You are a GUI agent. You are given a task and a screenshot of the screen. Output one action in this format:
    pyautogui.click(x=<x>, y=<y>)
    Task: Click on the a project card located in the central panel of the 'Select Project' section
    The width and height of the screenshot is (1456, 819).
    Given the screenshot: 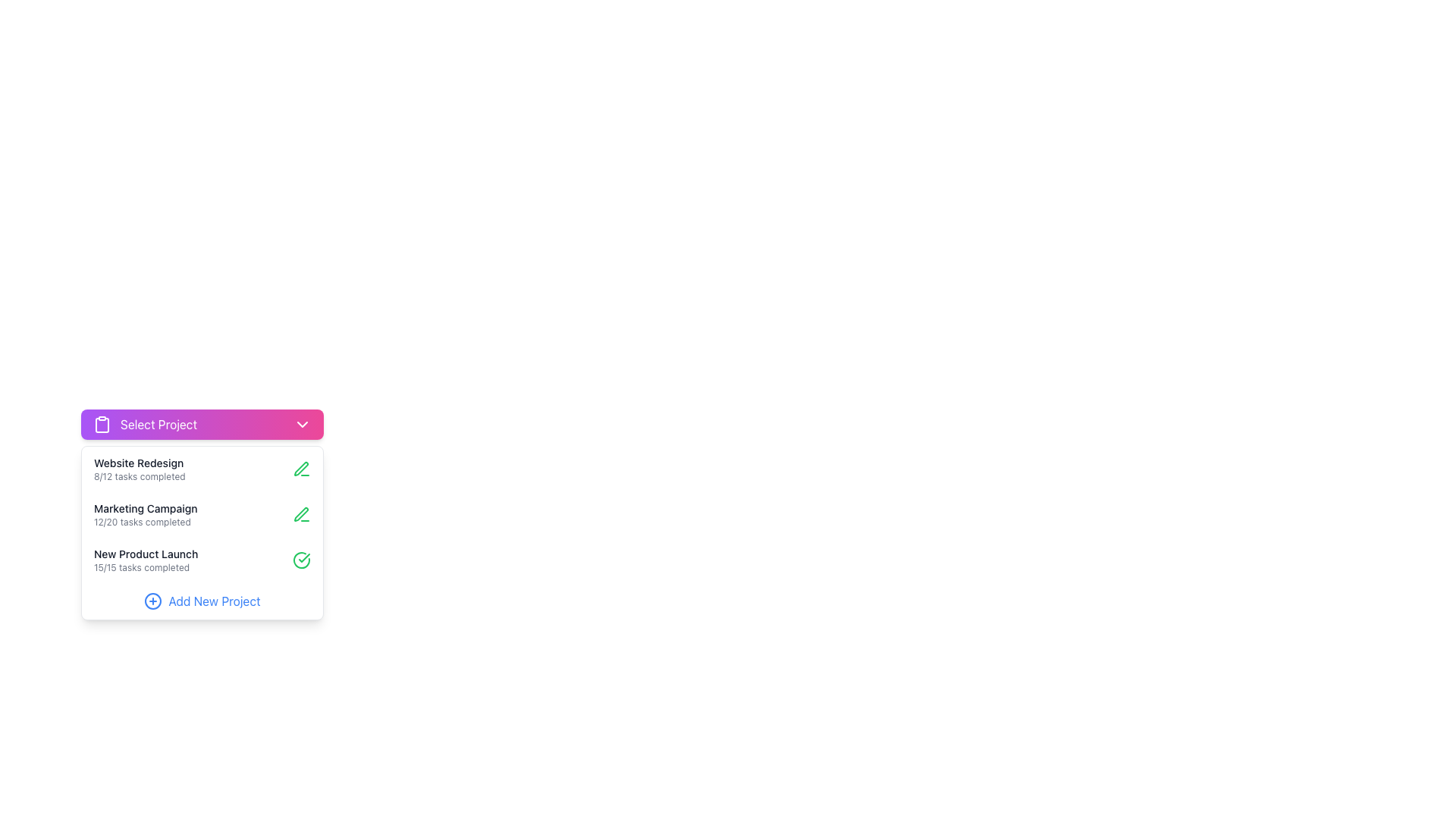 What is the action you would take?
    pyautogui.click(x=202, y=513)
    